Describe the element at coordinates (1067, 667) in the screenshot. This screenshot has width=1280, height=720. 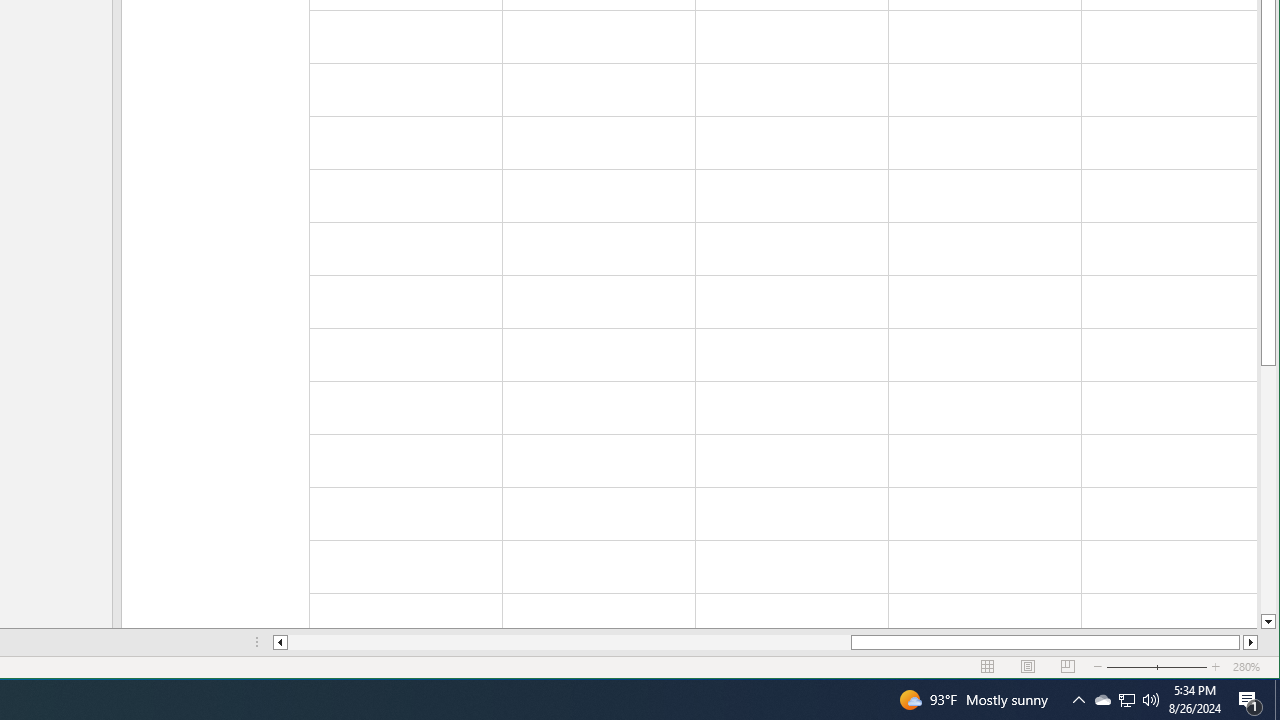
I see `'Page Break Preview'` at that location.